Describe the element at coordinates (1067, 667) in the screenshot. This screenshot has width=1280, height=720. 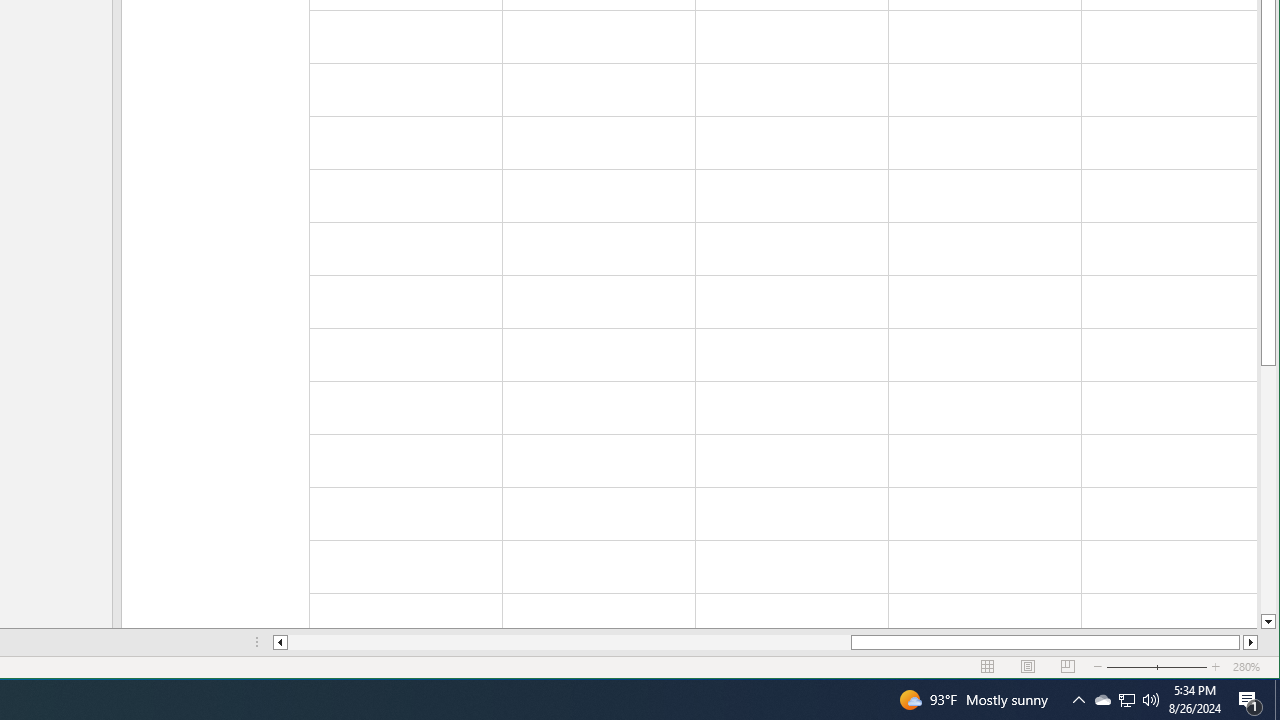
I see `'Page Break Preview'` at that location.